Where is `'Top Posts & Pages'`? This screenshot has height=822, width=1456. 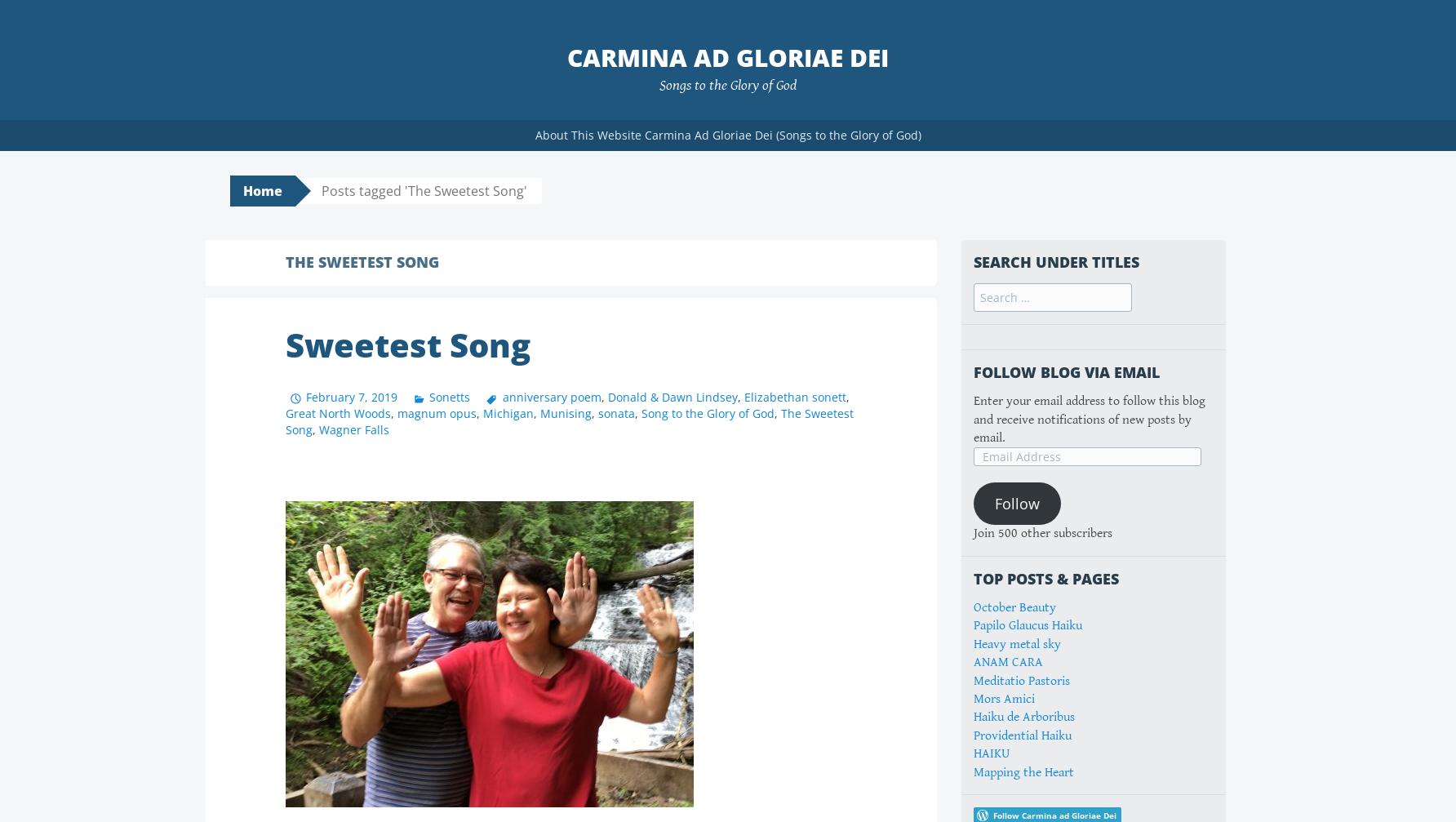
'Top Posts & Pages' is located at coordinates (1045, 577).